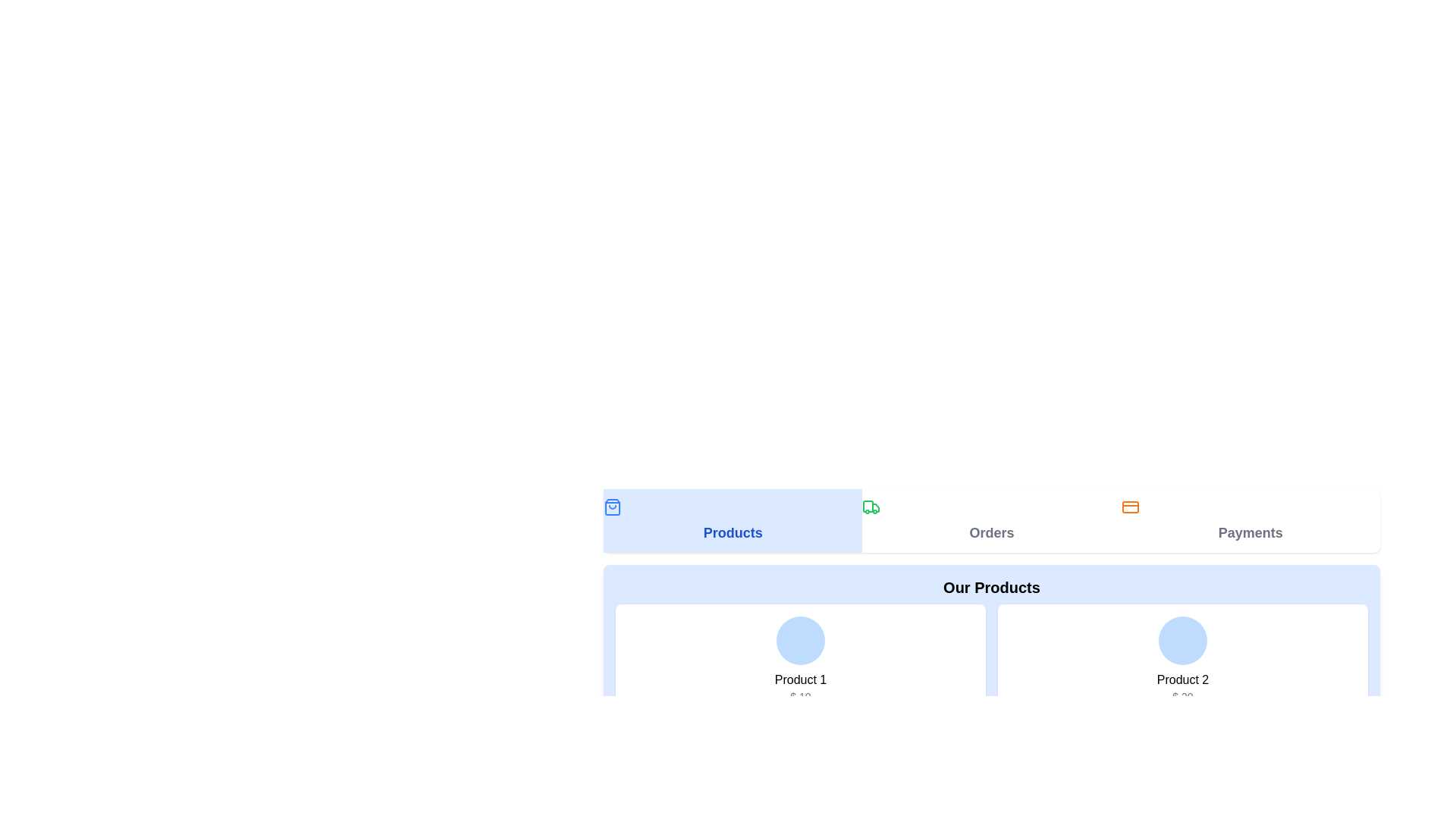 The height and width of the screenshot is (819, 1456). I want to click on the 'Products' Navigation Tab, which is the first tab in a horizontal navigation bar on a white background, to navigate the user to the products section, so click(733, 519).